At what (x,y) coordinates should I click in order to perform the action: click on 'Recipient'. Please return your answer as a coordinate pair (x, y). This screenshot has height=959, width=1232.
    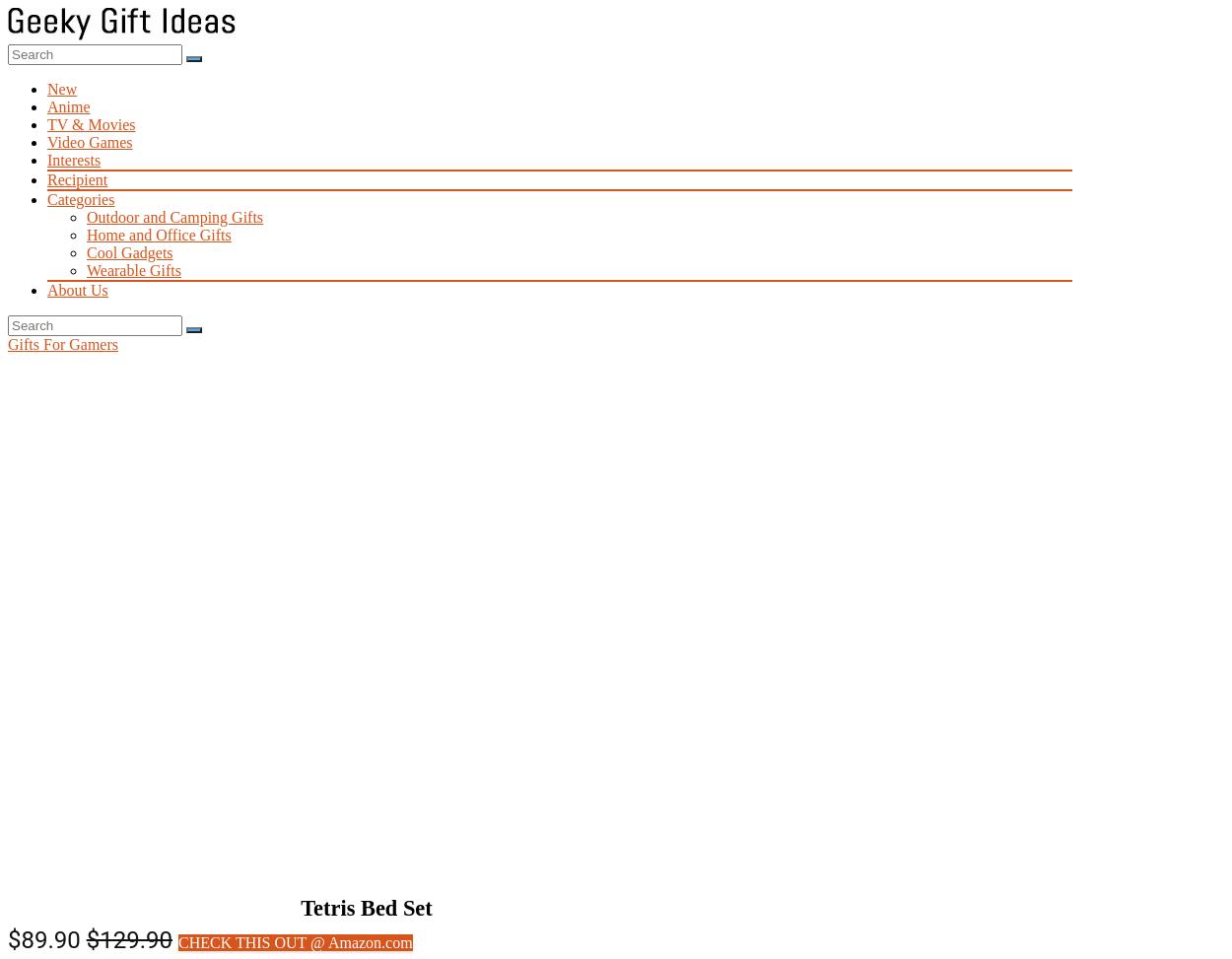
    Looking at the image, I should click on (76, 179).